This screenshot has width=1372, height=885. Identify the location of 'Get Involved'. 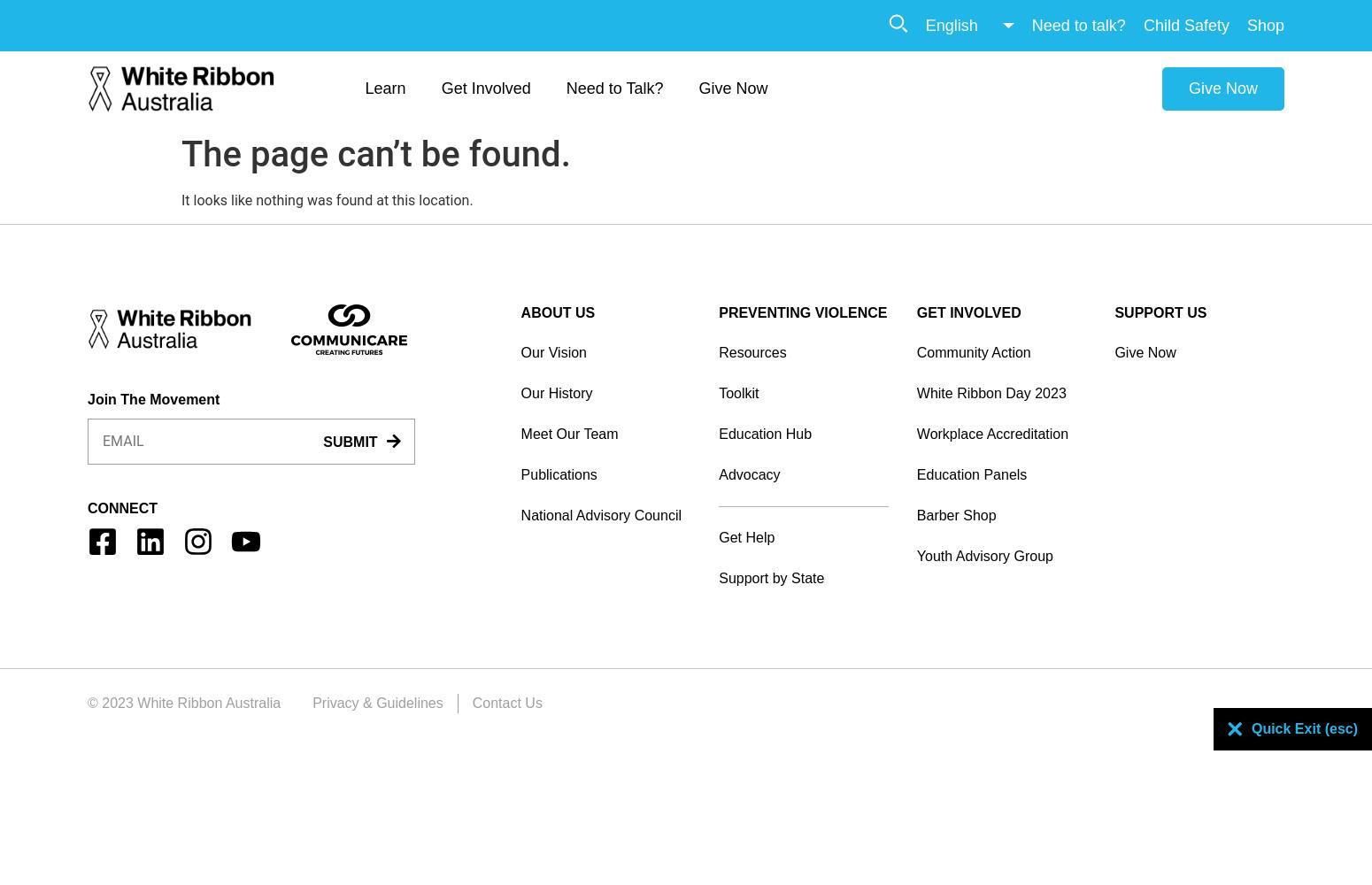
(440, 87).